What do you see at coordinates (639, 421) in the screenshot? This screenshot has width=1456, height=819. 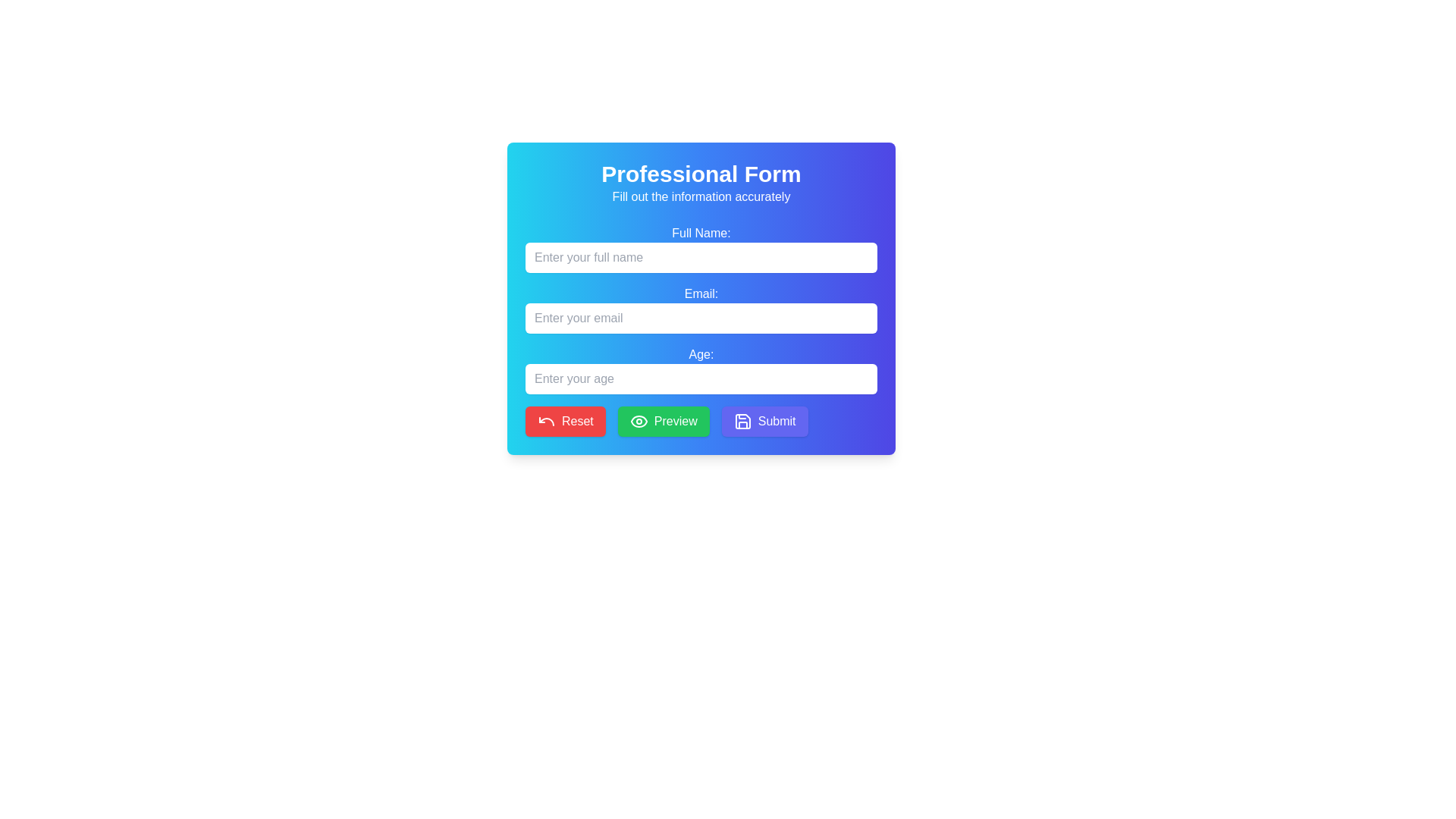 I see `the eye icon located on the green 'Preview' button, which is positioned to the left of the text 'Preview'` at bounding box center [639, 421].